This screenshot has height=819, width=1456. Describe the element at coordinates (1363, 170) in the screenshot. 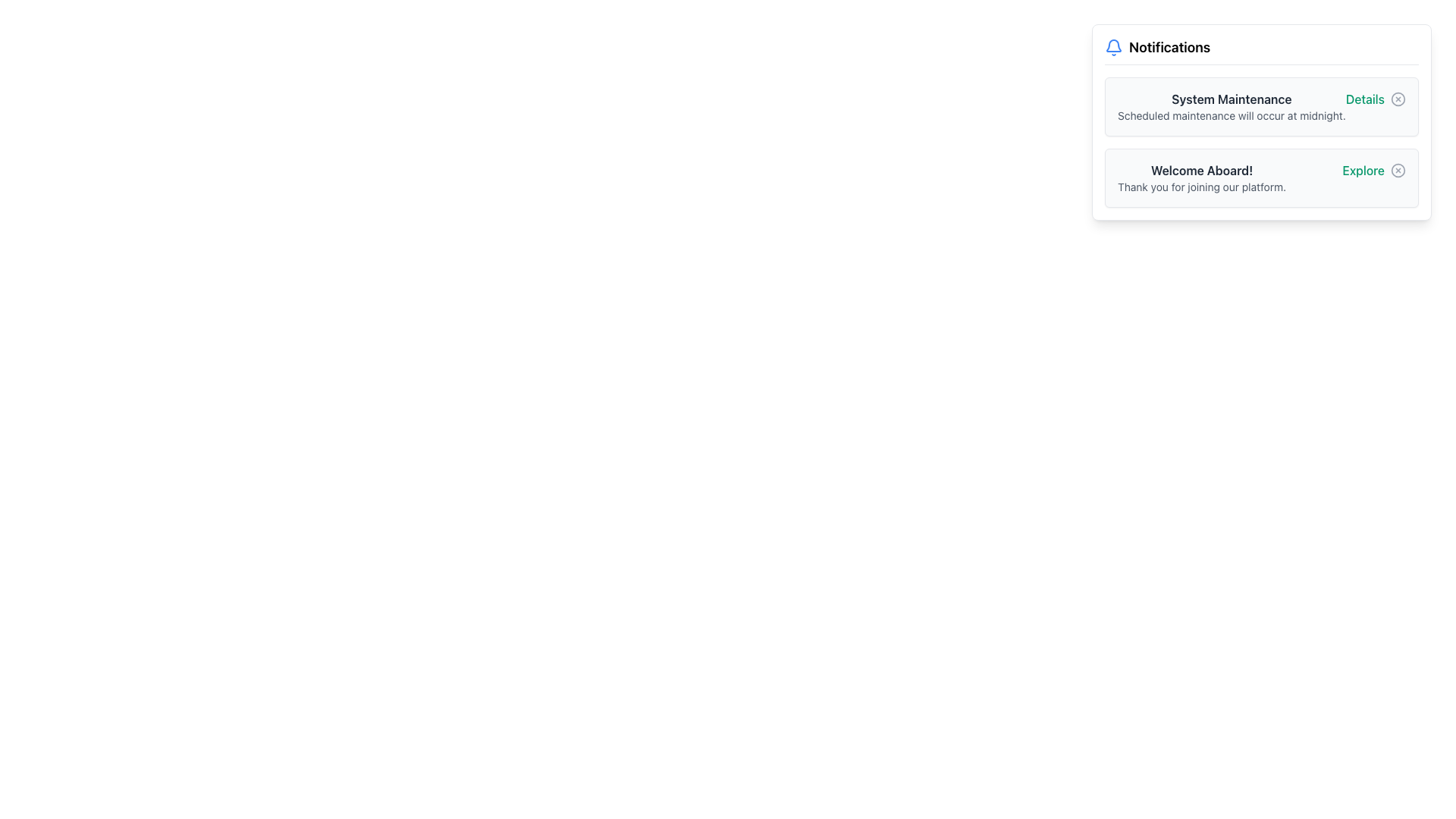

I see `the hyperlink in the second notification card` at that location.